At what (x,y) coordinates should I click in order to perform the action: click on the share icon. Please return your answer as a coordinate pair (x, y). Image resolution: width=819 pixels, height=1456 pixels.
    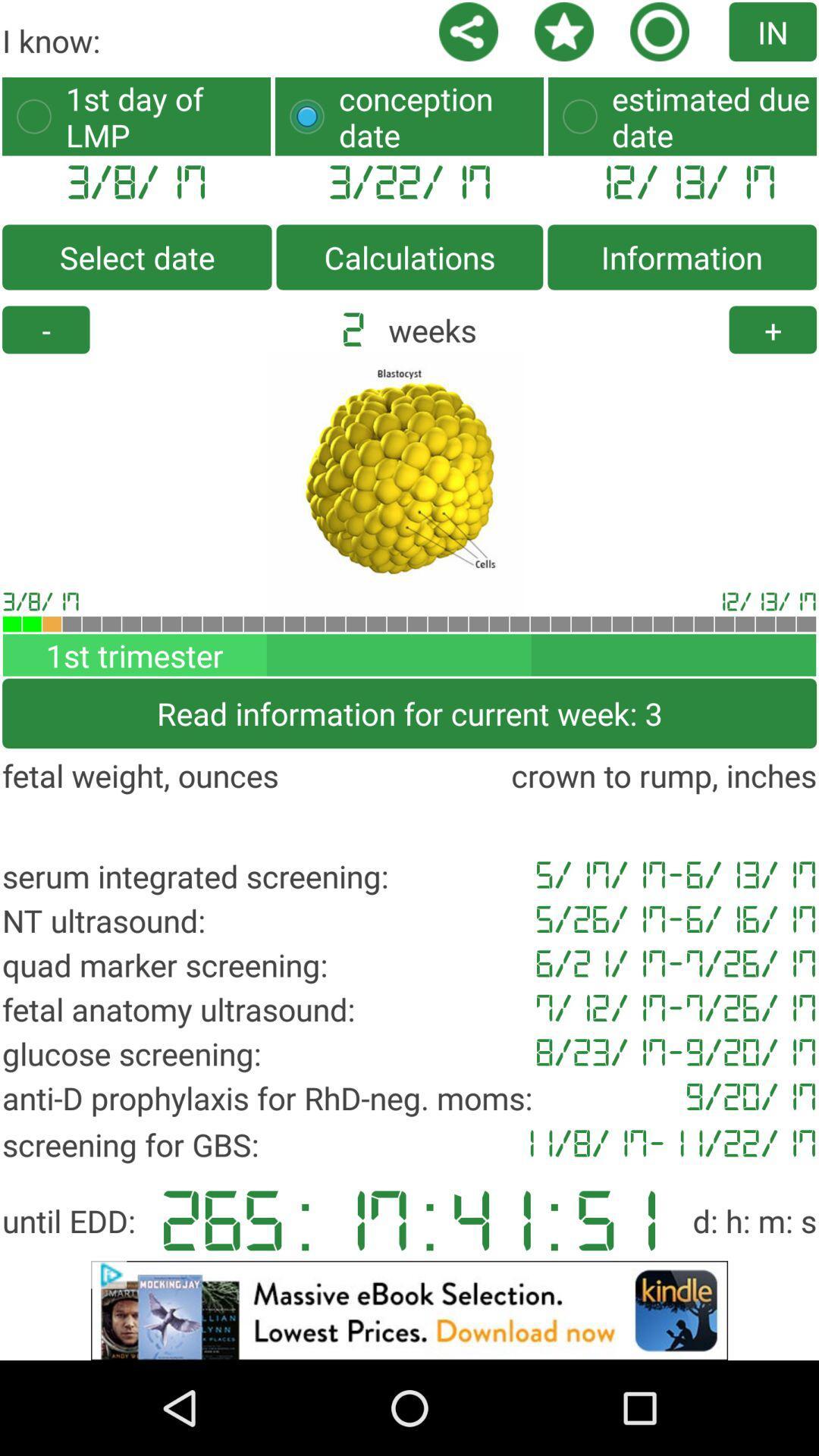
    Looking at the image, I should click on (450, 33).